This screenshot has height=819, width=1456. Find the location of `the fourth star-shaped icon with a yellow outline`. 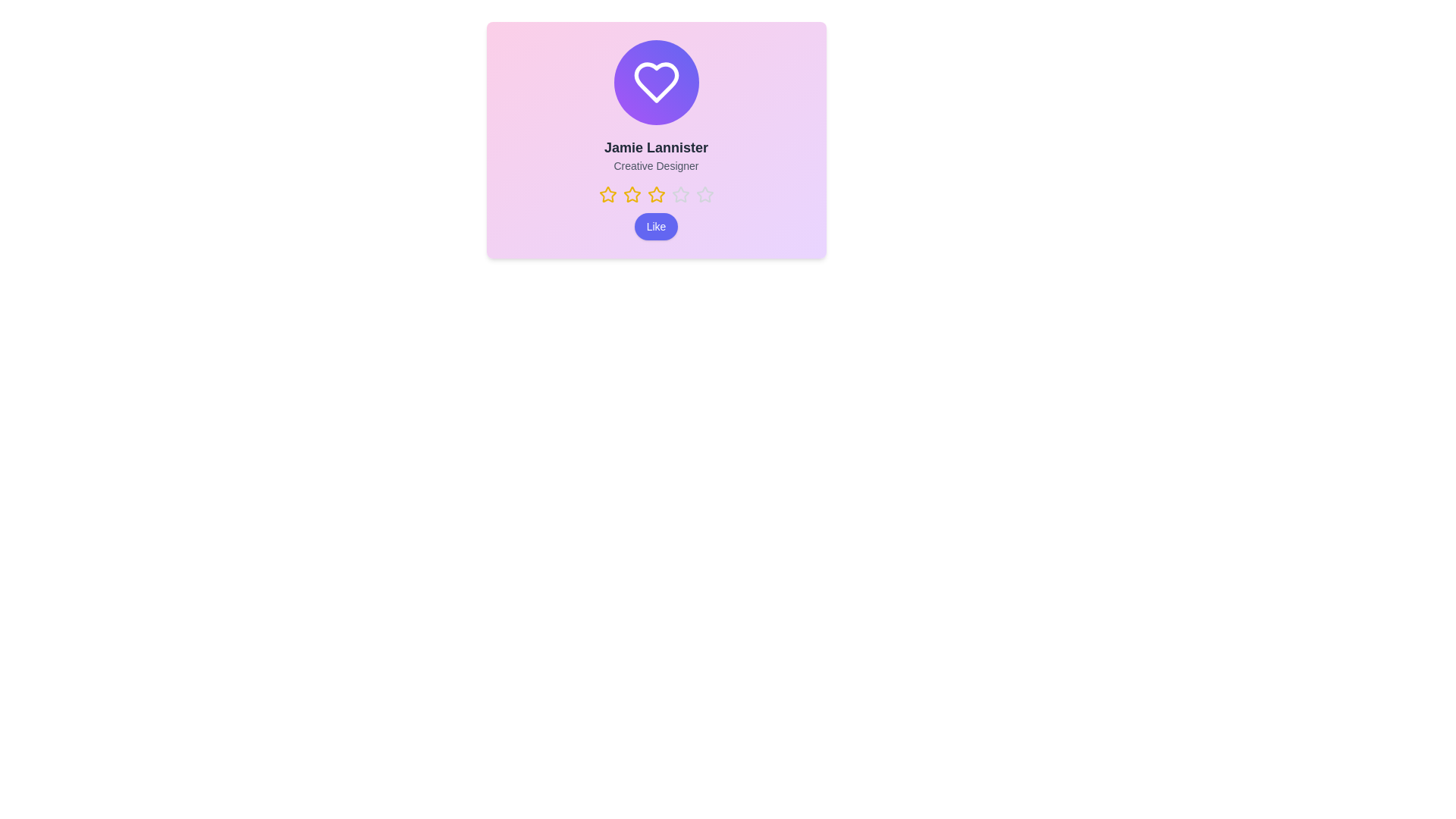

the fourth star-shaped icon with a yellow outline is located at coordinates (656, 194).